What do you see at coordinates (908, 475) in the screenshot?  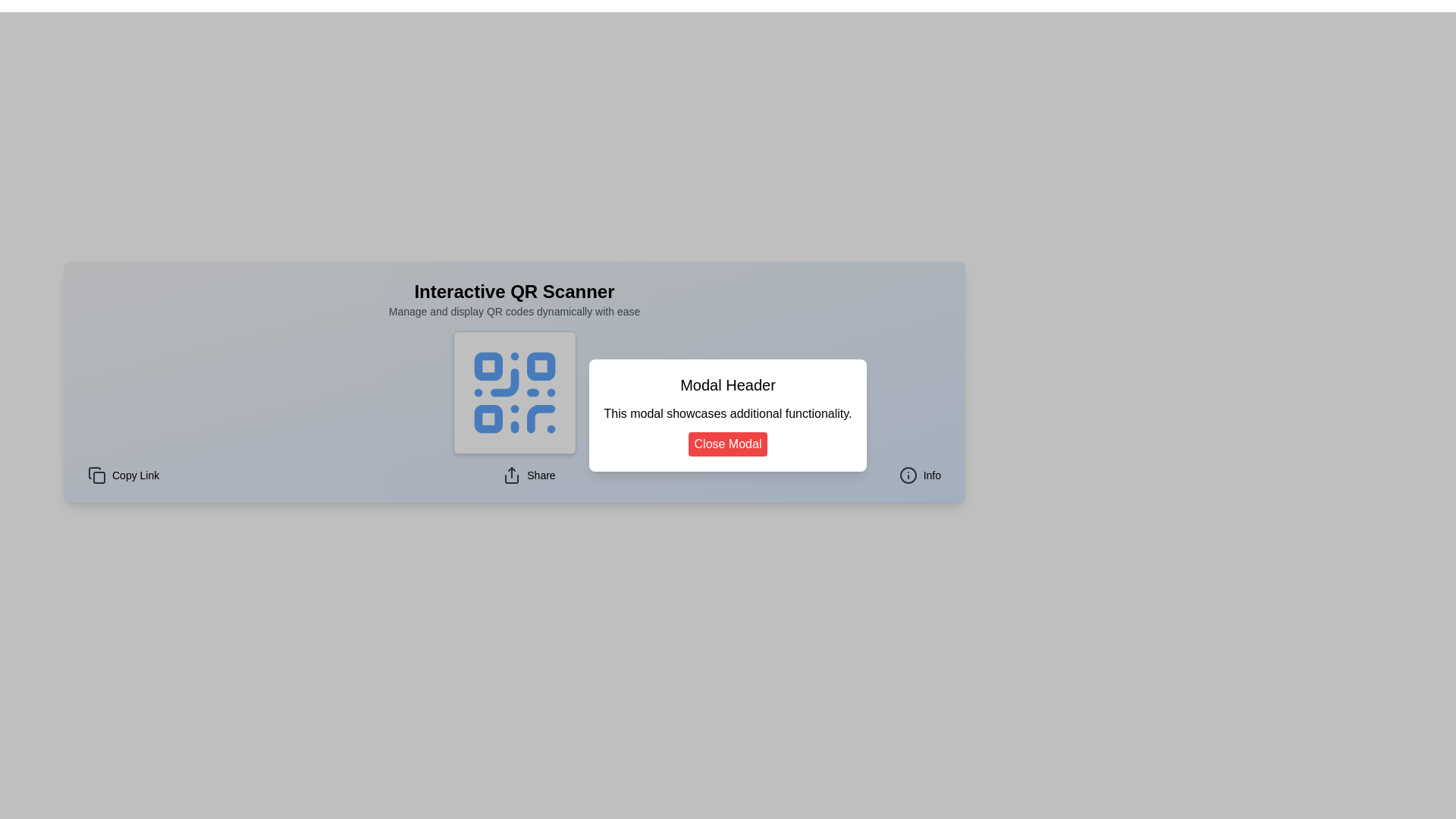 I see `the circular graphical element representing an info icon located in the bottom-right corner of the interface` at bounding box center [908, 475].